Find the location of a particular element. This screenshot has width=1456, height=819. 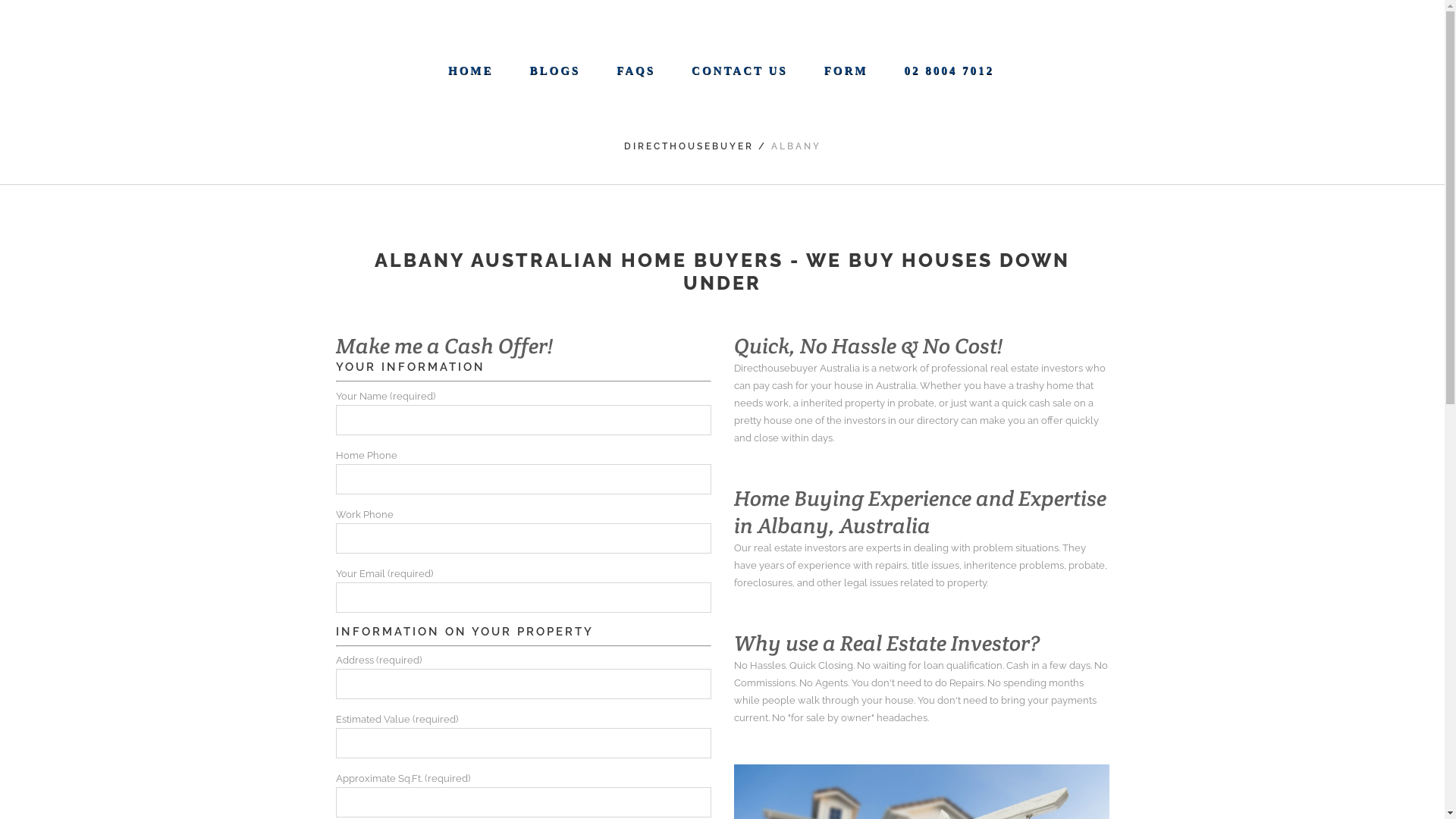

'DIRECTHOUSEBUYER' is located at coordinates (623, 146).